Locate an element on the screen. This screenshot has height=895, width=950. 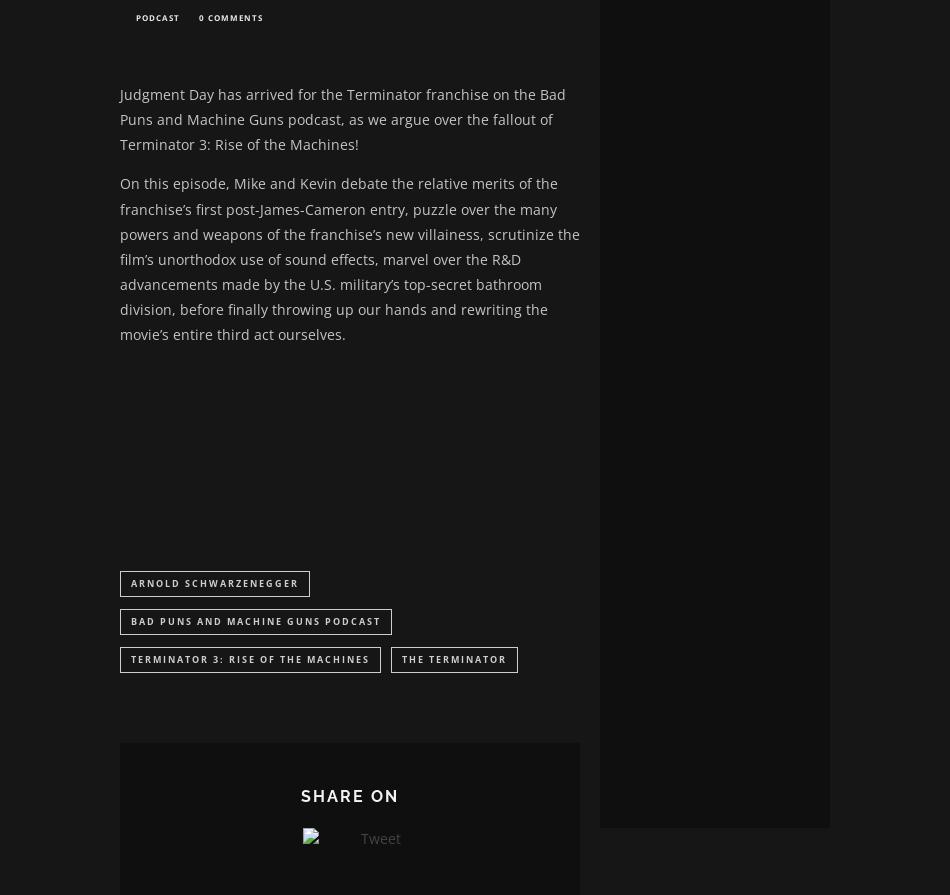
'Bad Puns and Machine Guns Podcast' is located at coordinates (131, 623).